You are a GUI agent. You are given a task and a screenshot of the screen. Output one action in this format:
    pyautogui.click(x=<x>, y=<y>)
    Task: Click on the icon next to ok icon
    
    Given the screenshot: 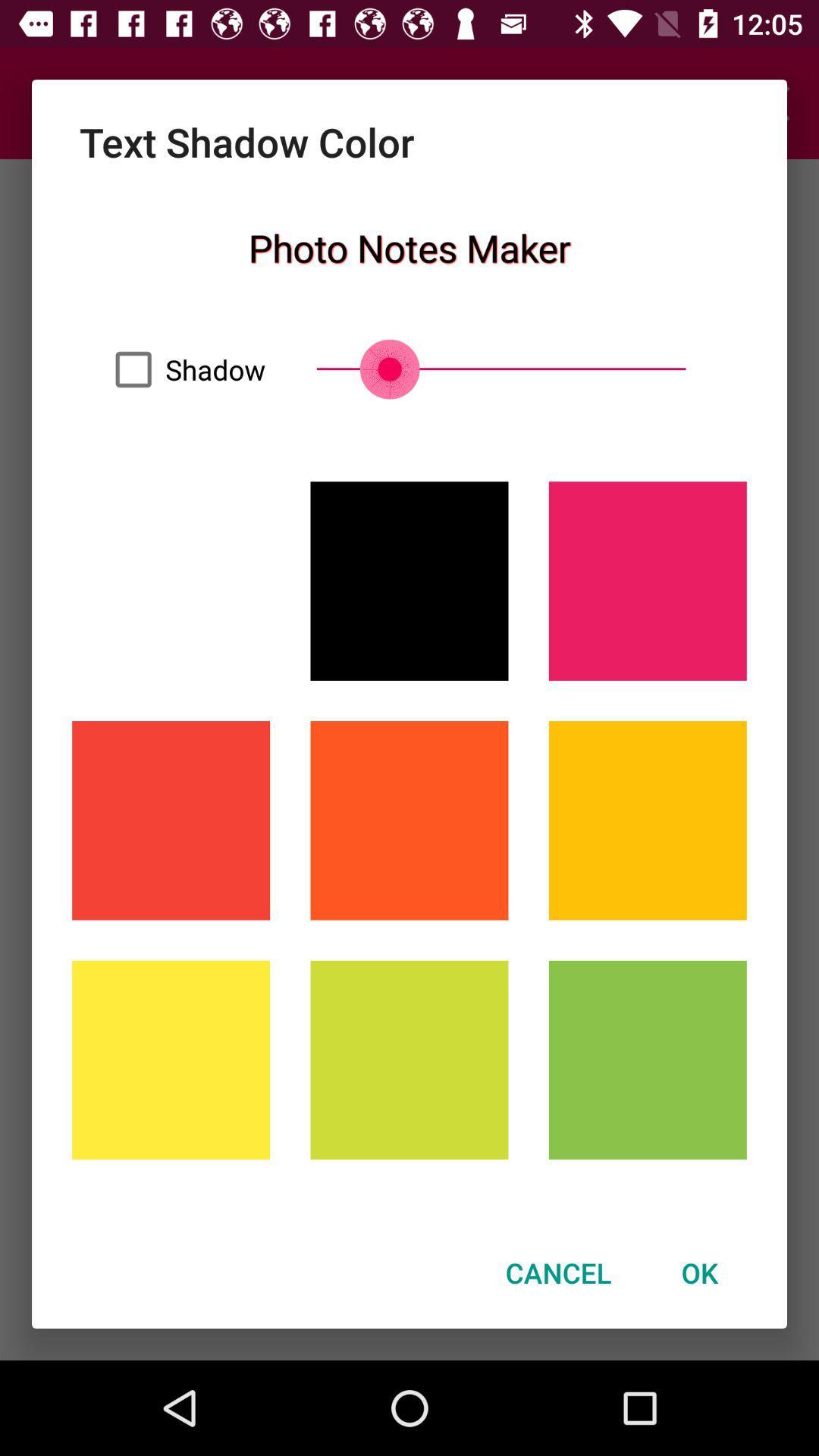 What is the action you would take?
    pyautogui.click(x=558, y=1272)
    